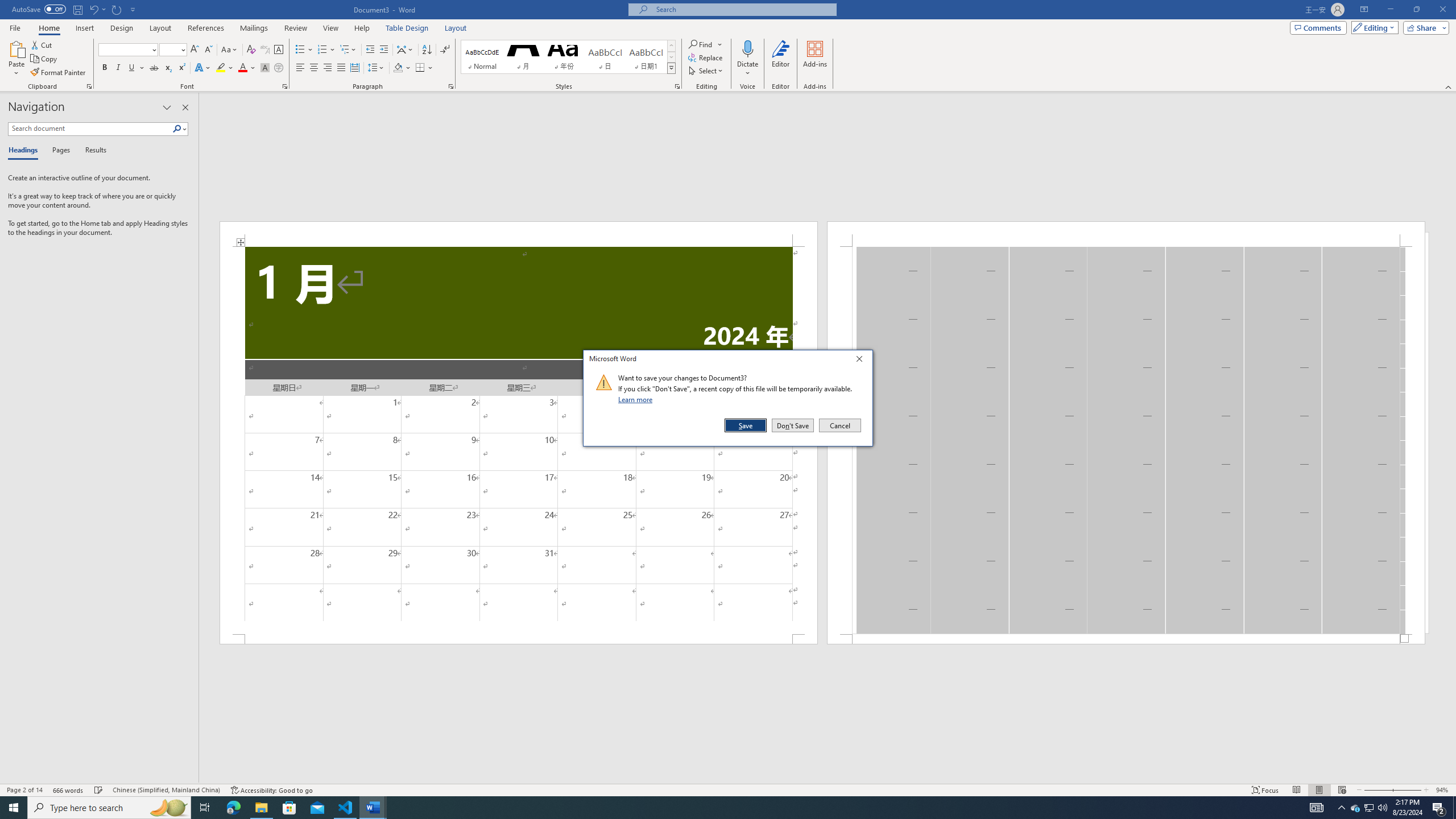 Image resolution: width=1456 pixels, height=819 pixels. What do you see at coordinates (1454, 806) in the screenshot?
I see `'Show desktop'` at bounding box center [1454, 806].